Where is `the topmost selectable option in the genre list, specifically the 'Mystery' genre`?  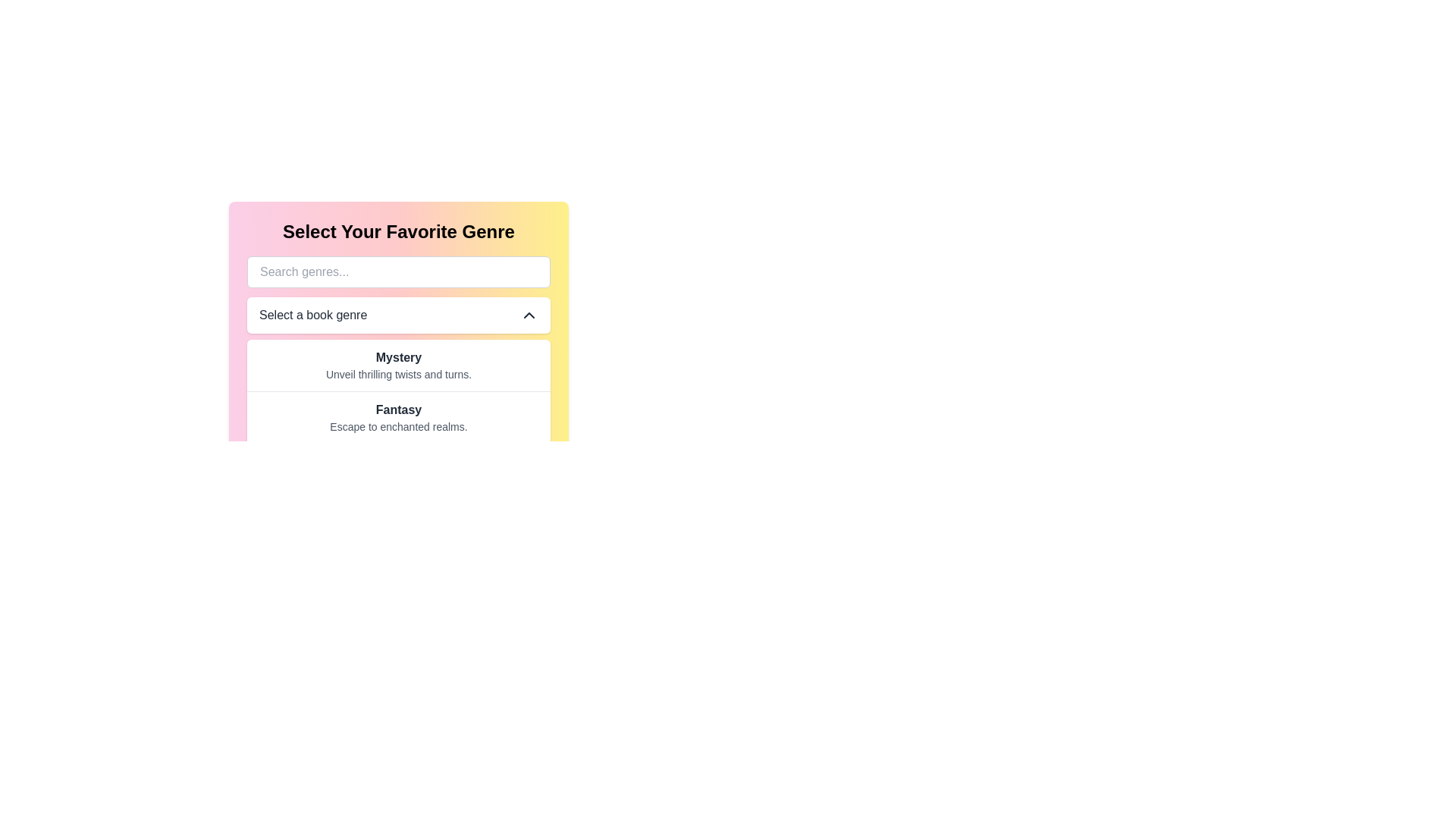
the topmost selectable option in the genre list, specifically the 'Mystery' genre is located at coordinates (399, 366).